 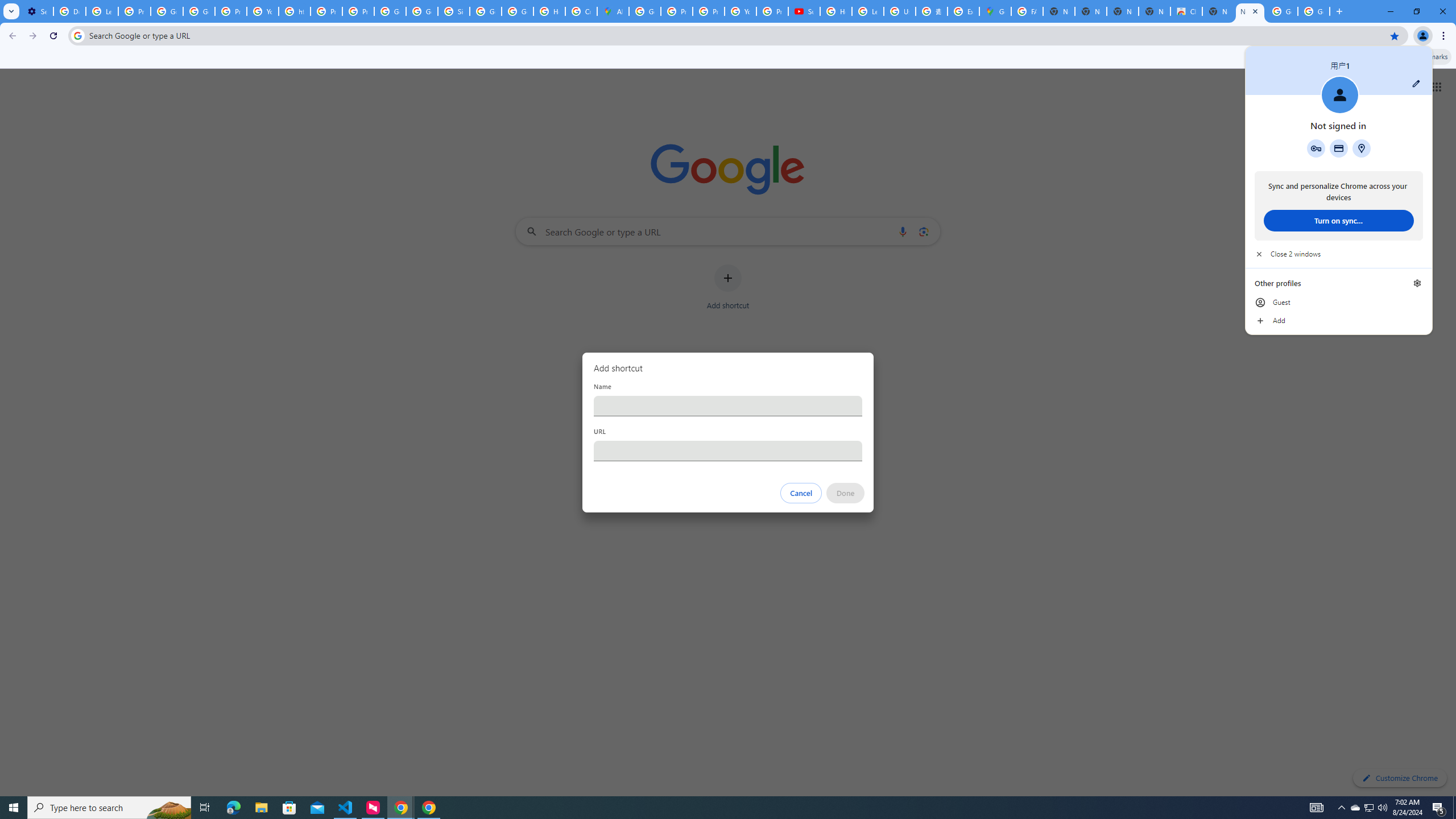 What do you see at coordinates (581, 11) in the screenshot?
I see `'Create your Google Account'` at bounding box center [581, 11].